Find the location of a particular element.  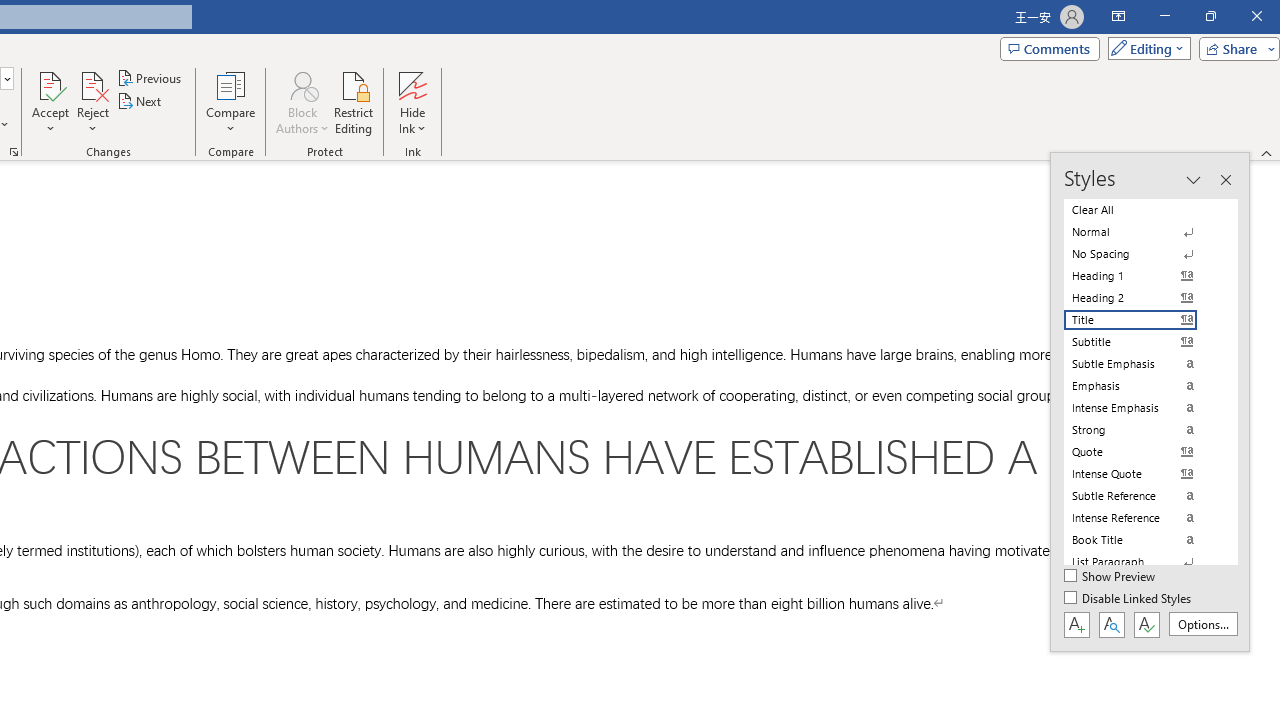

'Change Tracking Options...' is located at coordinates (14, 150).